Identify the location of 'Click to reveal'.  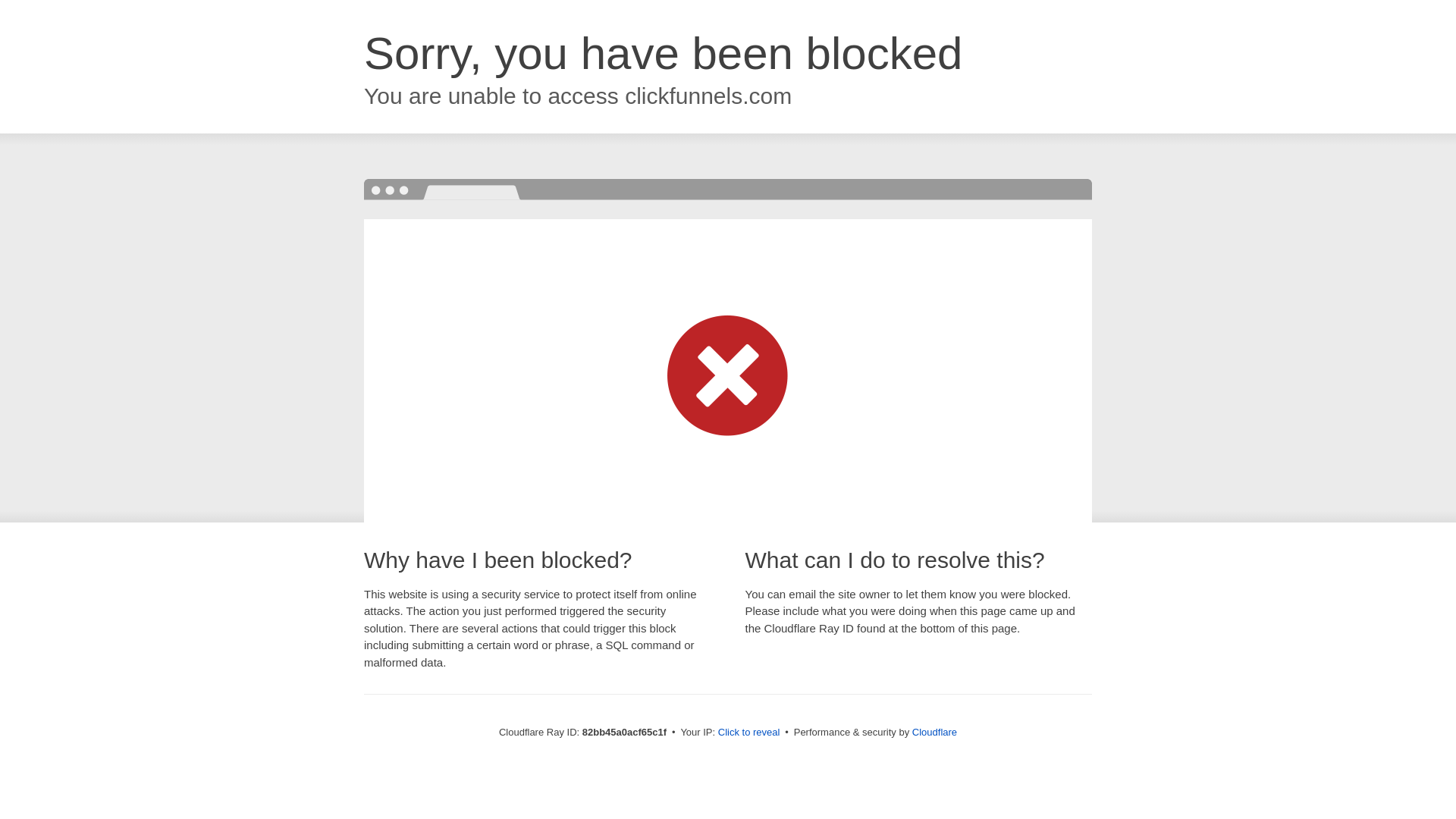
(749, 731).